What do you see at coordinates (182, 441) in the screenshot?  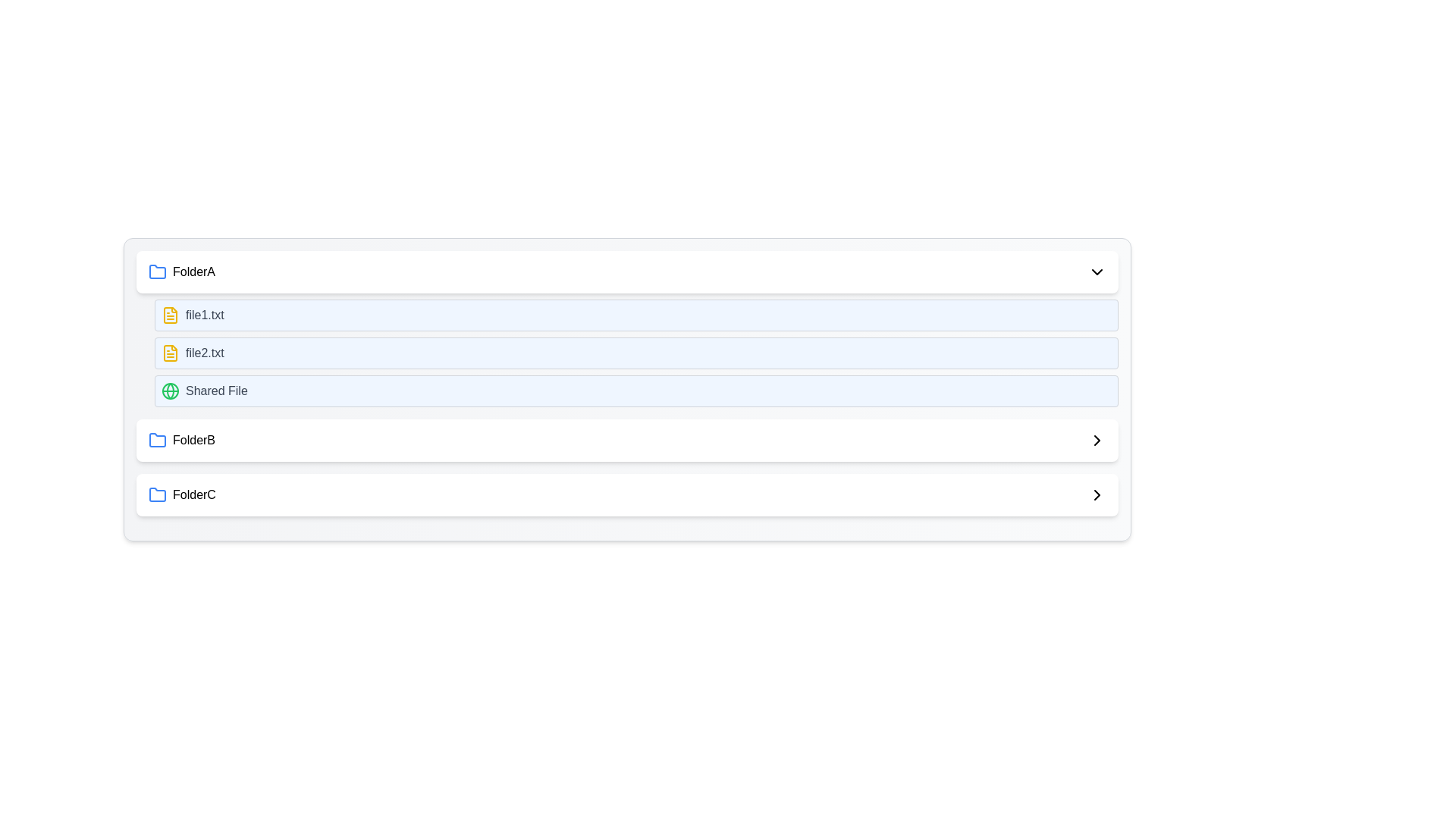 I see `the folder item named 'FolderB'` at bounding box center [182, 441].